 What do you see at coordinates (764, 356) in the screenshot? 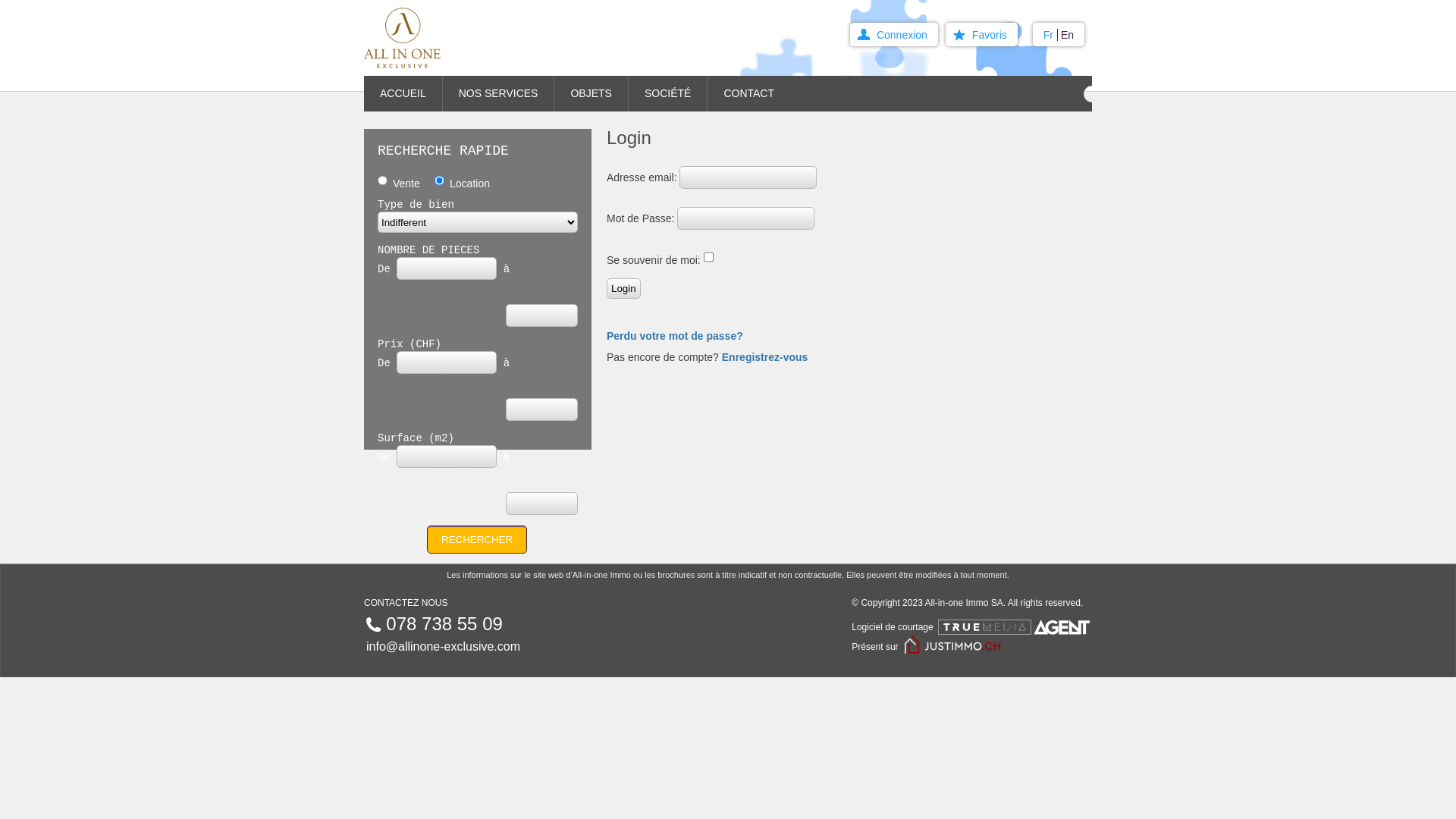
I see `'Enregistrez-vous'` at bounding box center [764, 356].